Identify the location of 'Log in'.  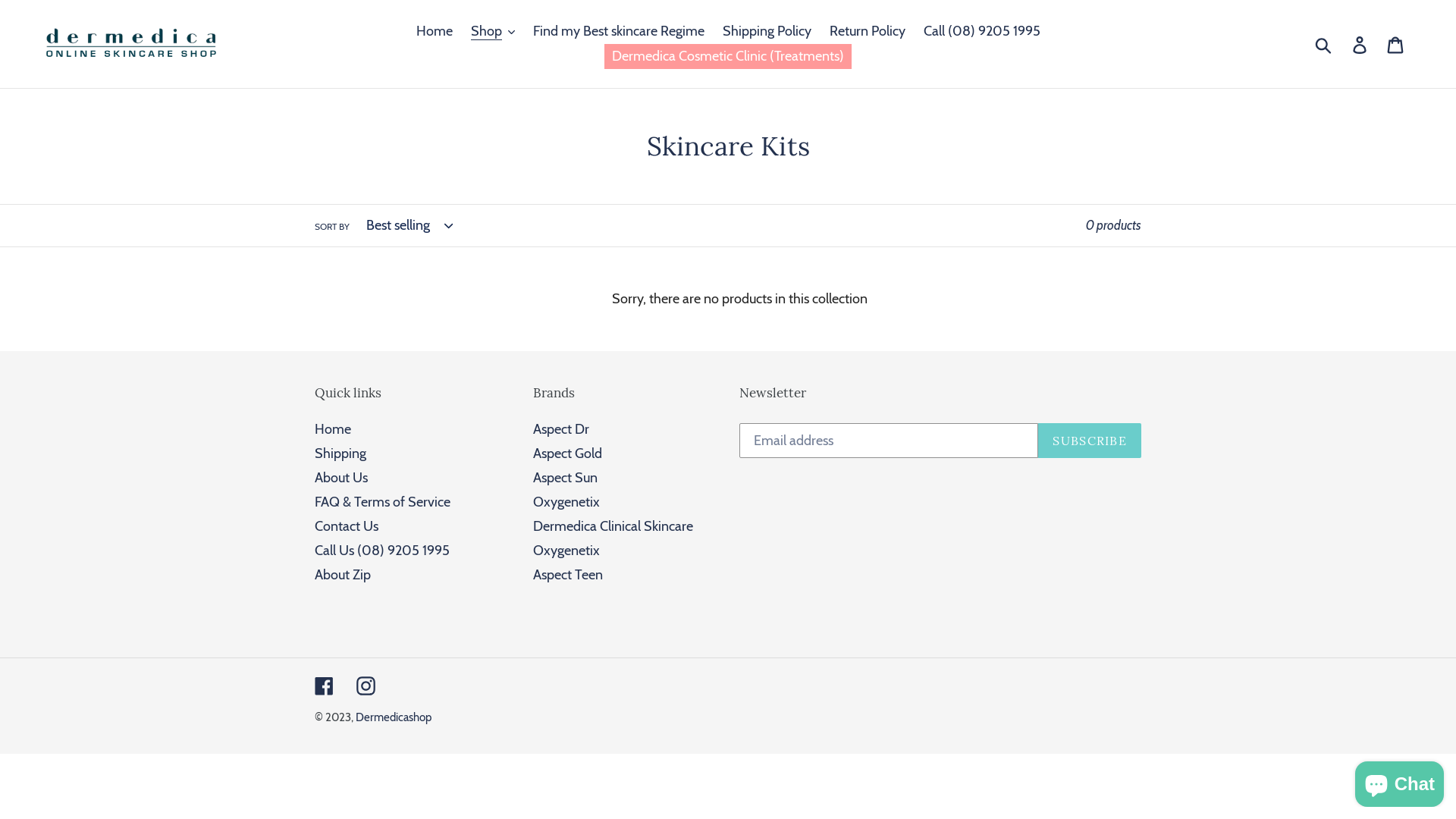
(1360, 42).